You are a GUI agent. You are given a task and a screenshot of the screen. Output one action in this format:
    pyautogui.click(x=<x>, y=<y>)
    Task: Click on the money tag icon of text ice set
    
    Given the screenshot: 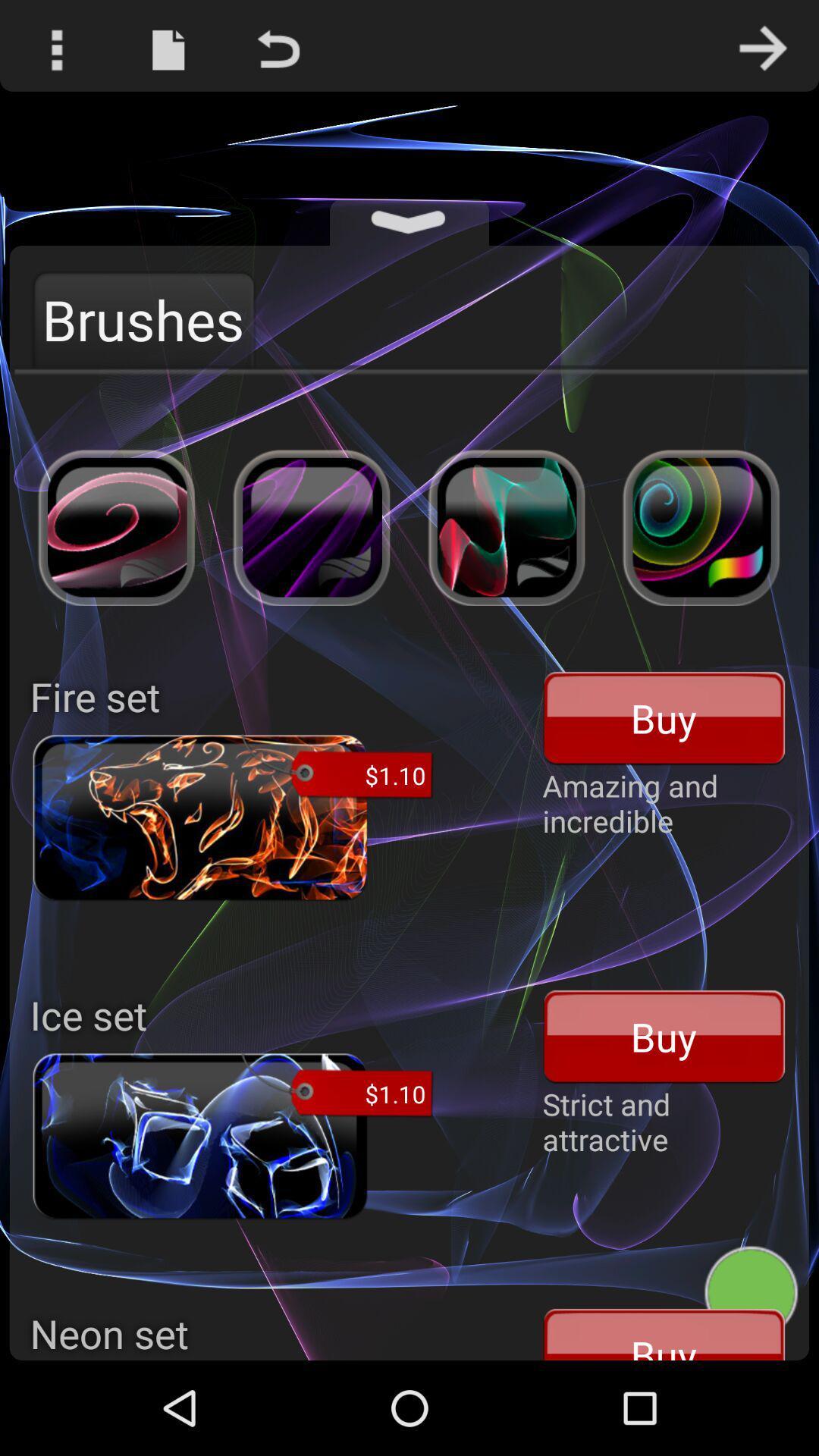 What is the action you would take?
    pyautogui.click(x=336, y=1086)
    